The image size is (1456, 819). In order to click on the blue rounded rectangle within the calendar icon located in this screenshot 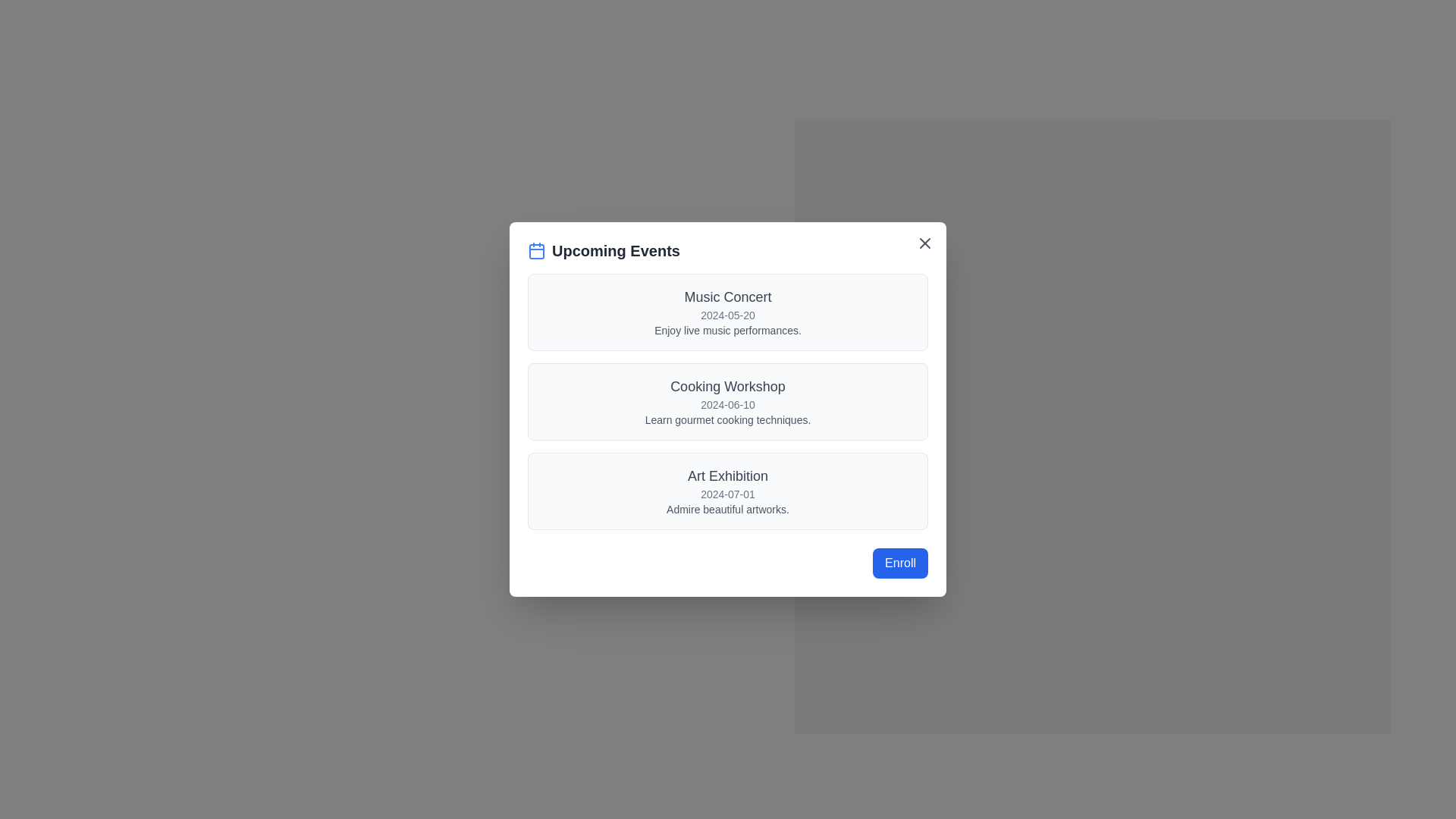, I will do `click(537, 250)`.